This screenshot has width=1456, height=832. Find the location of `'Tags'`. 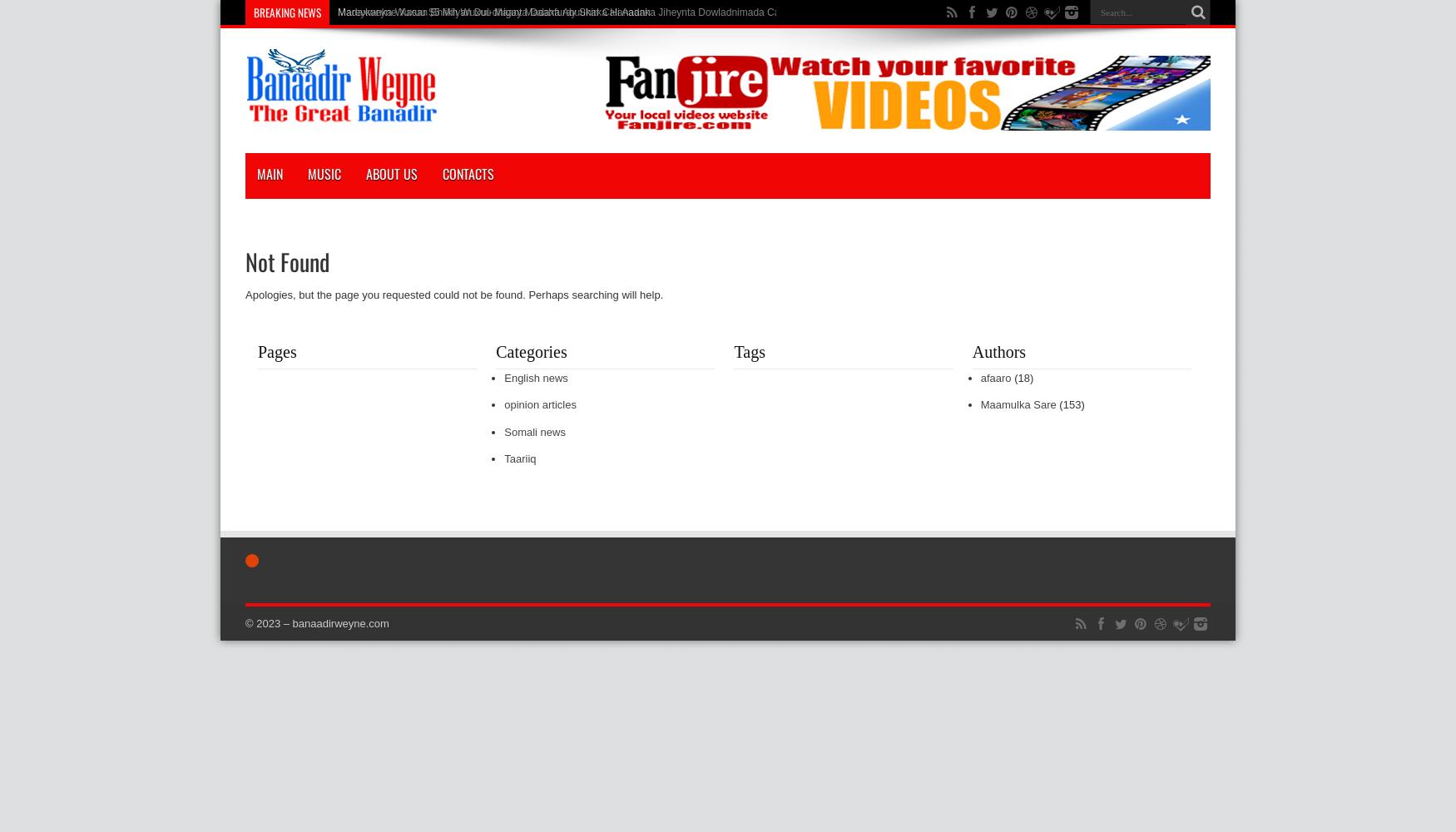

'Tags' is located at coordinates (748, 351).